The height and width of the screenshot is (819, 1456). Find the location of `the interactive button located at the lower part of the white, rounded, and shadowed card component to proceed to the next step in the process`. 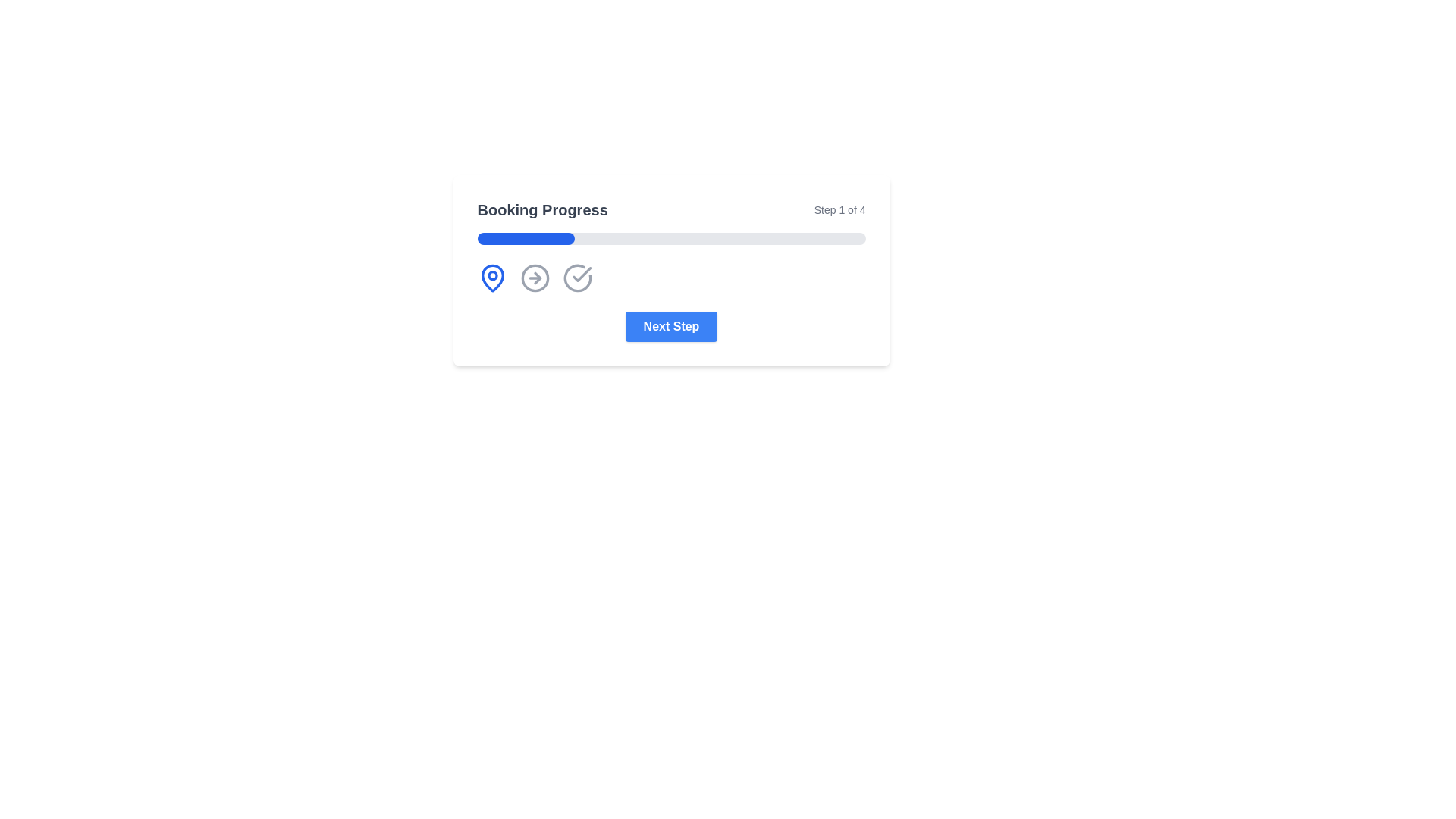

the interactive button located at the lower part of the white, rounded, and shadowed card component to proceed to the next step in the process is located at coordinates (670, 326).